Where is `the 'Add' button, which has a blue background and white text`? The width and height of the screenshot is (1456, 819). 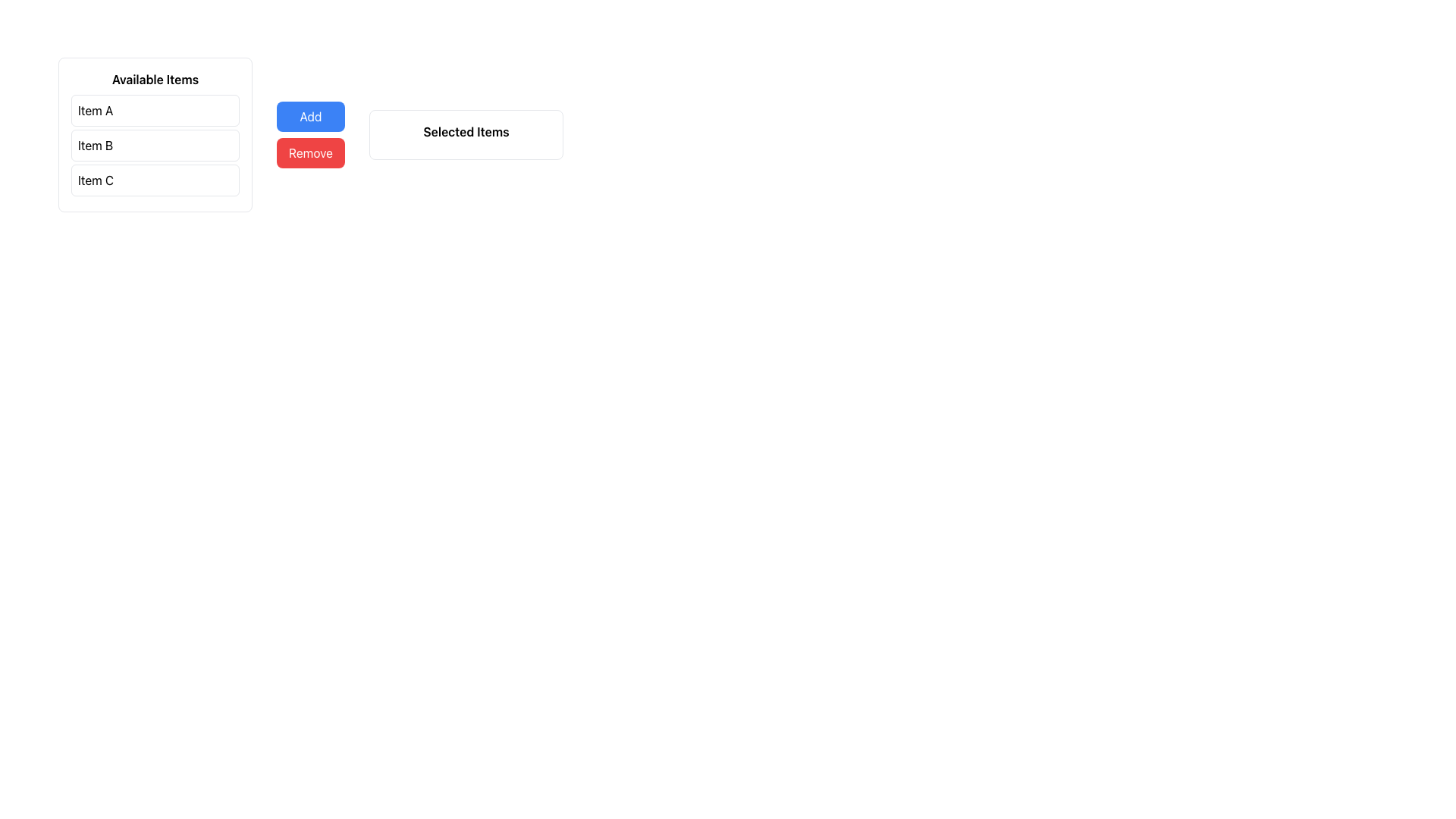
the 'Add' button, which has a blue background and white text is located at coordinates (310, 116).